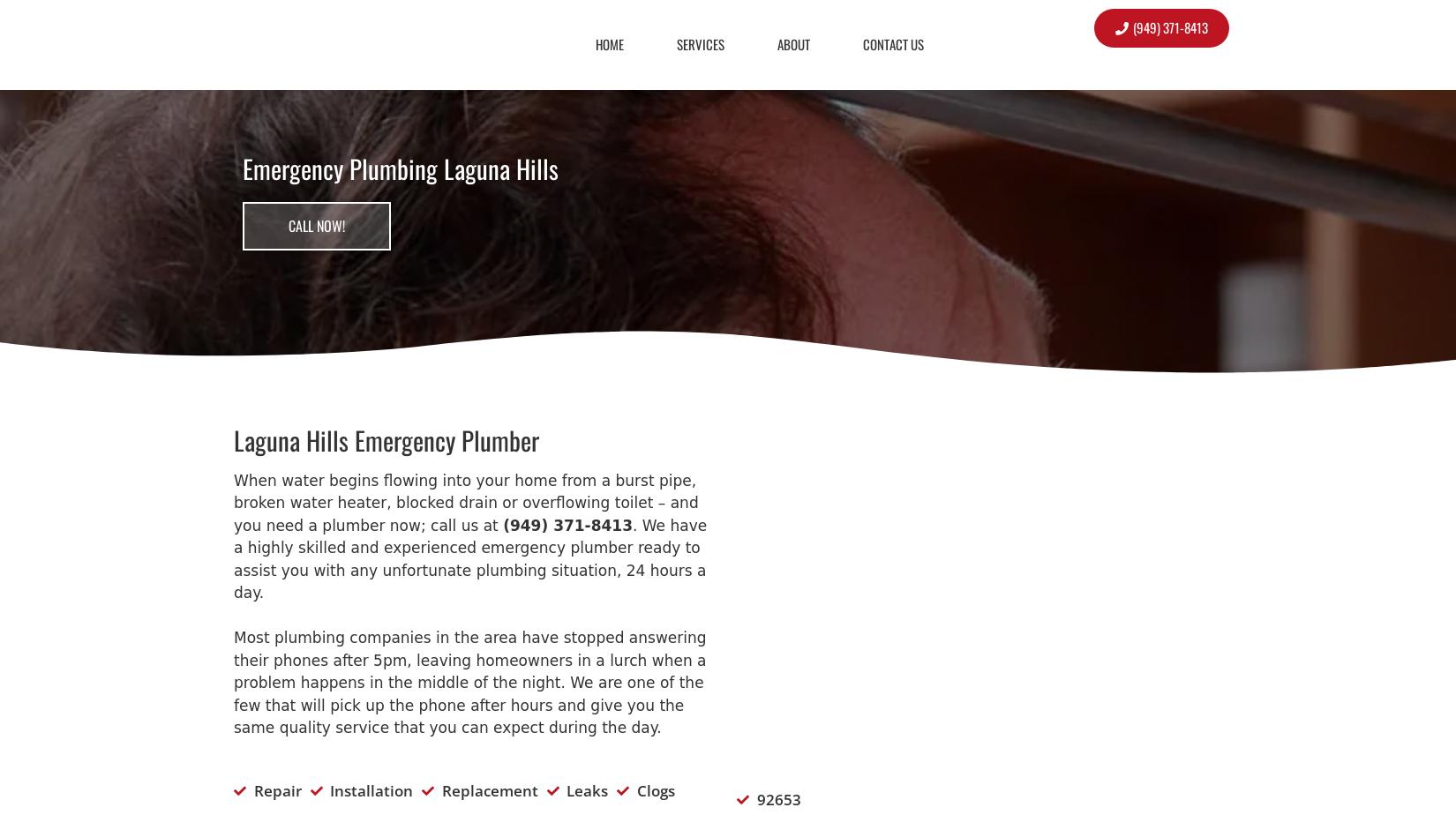  I want to click on 'About', so click(793, 42).